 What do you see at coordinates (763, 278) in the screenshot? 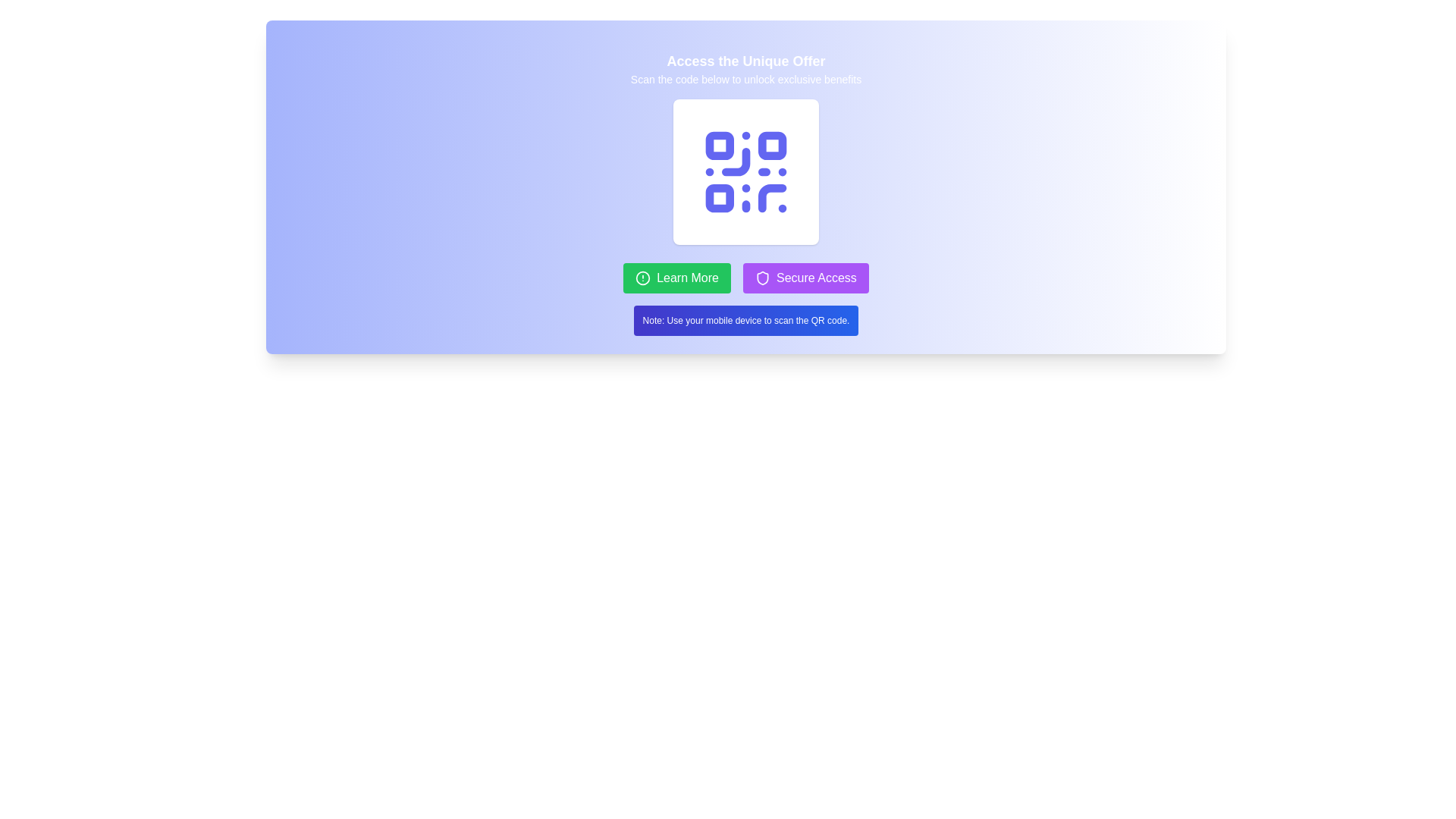
I see `the icon located to the left of the 'Secure Access' label within the Secure Access button` at bounding box center [763, 278].